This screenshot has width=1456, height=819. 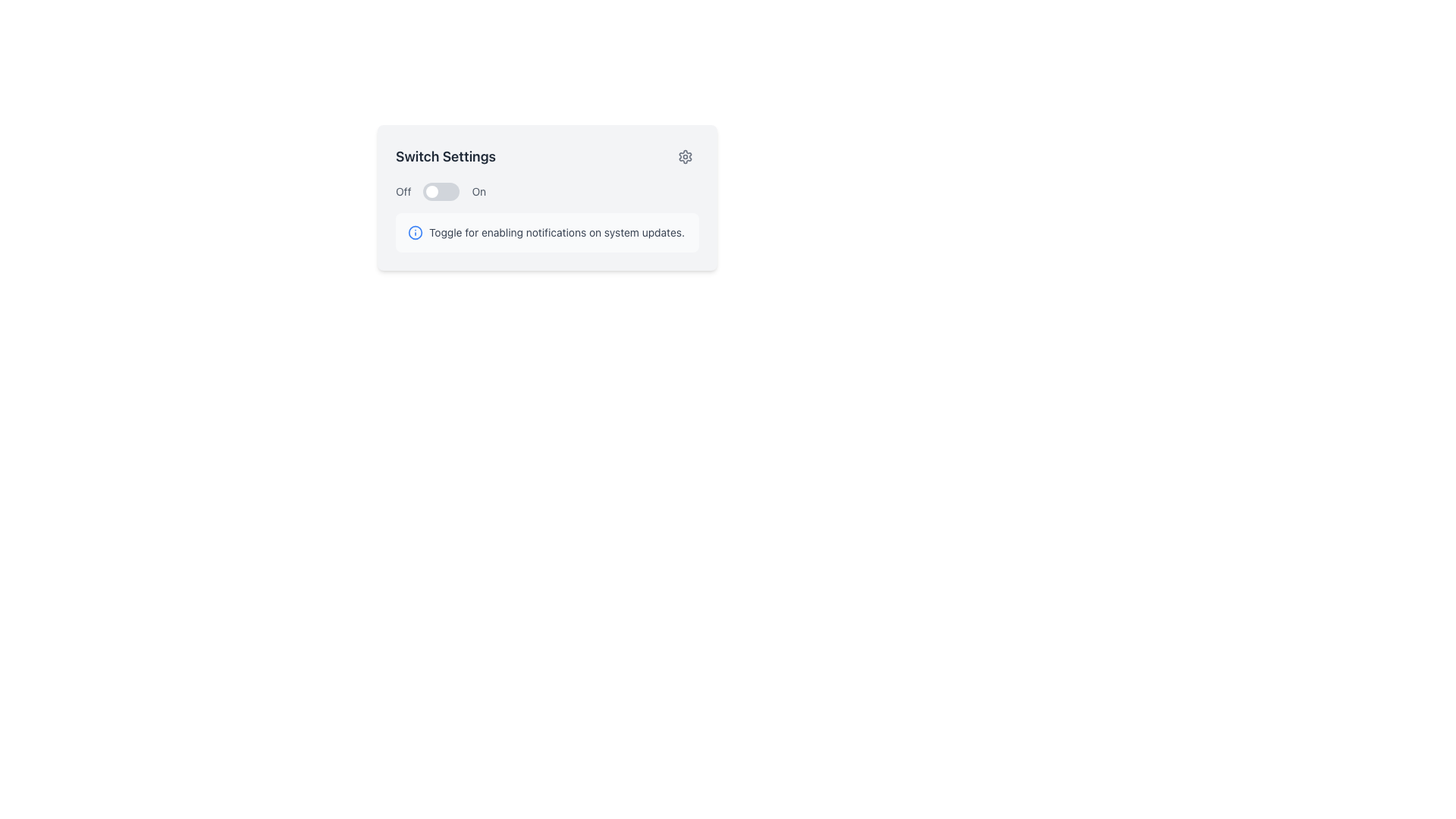 What do you see at coordinates (415, 233) in the screenshot?
I see `the circular blue information icon, which is positioned to the left of the label text 'Toggle for enabling notifications on system updates'` at bounding box center [415, 233].